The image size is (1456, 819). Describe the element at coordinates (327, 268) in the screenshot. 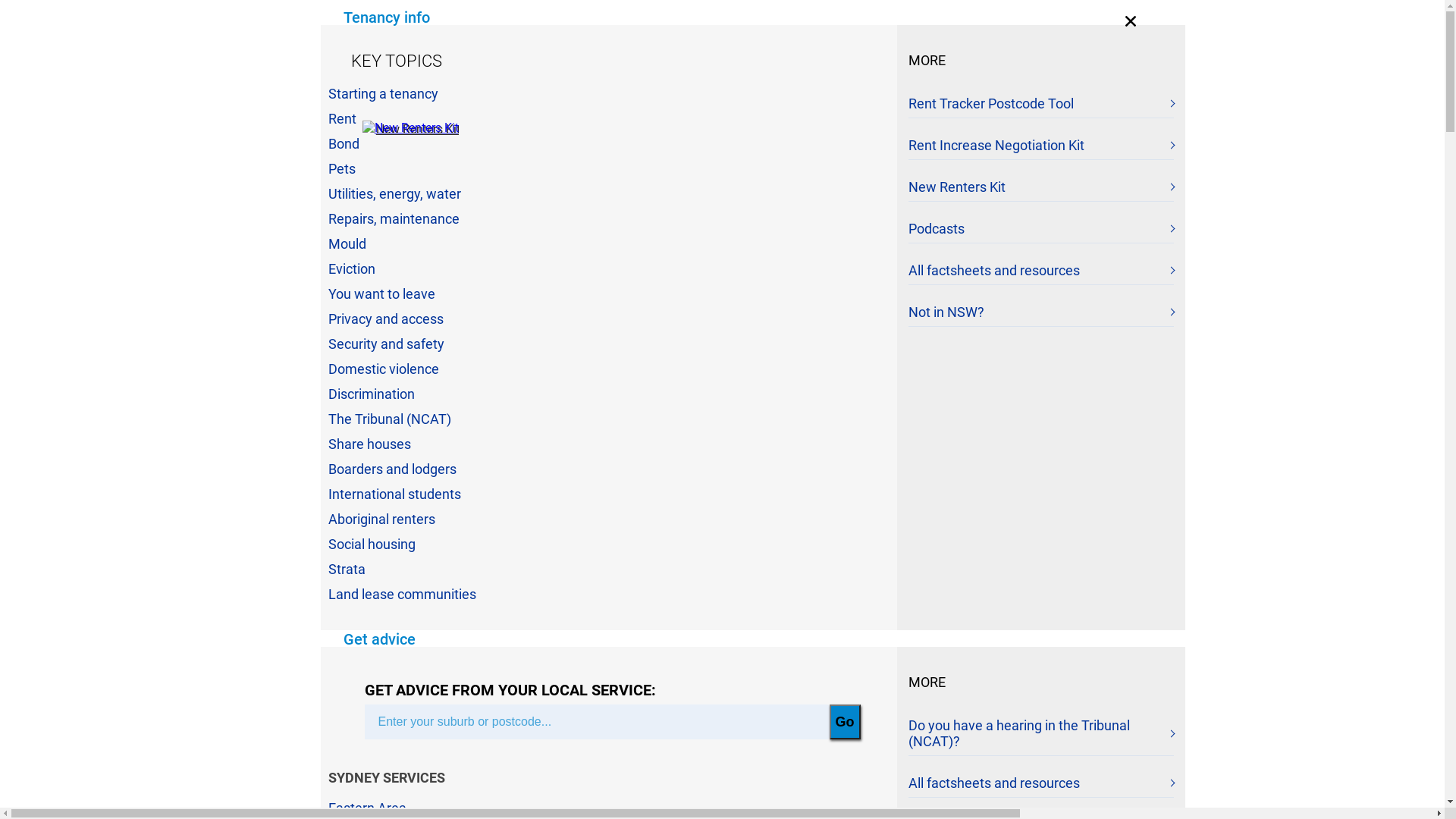

I see `'Eviction'` at that location.